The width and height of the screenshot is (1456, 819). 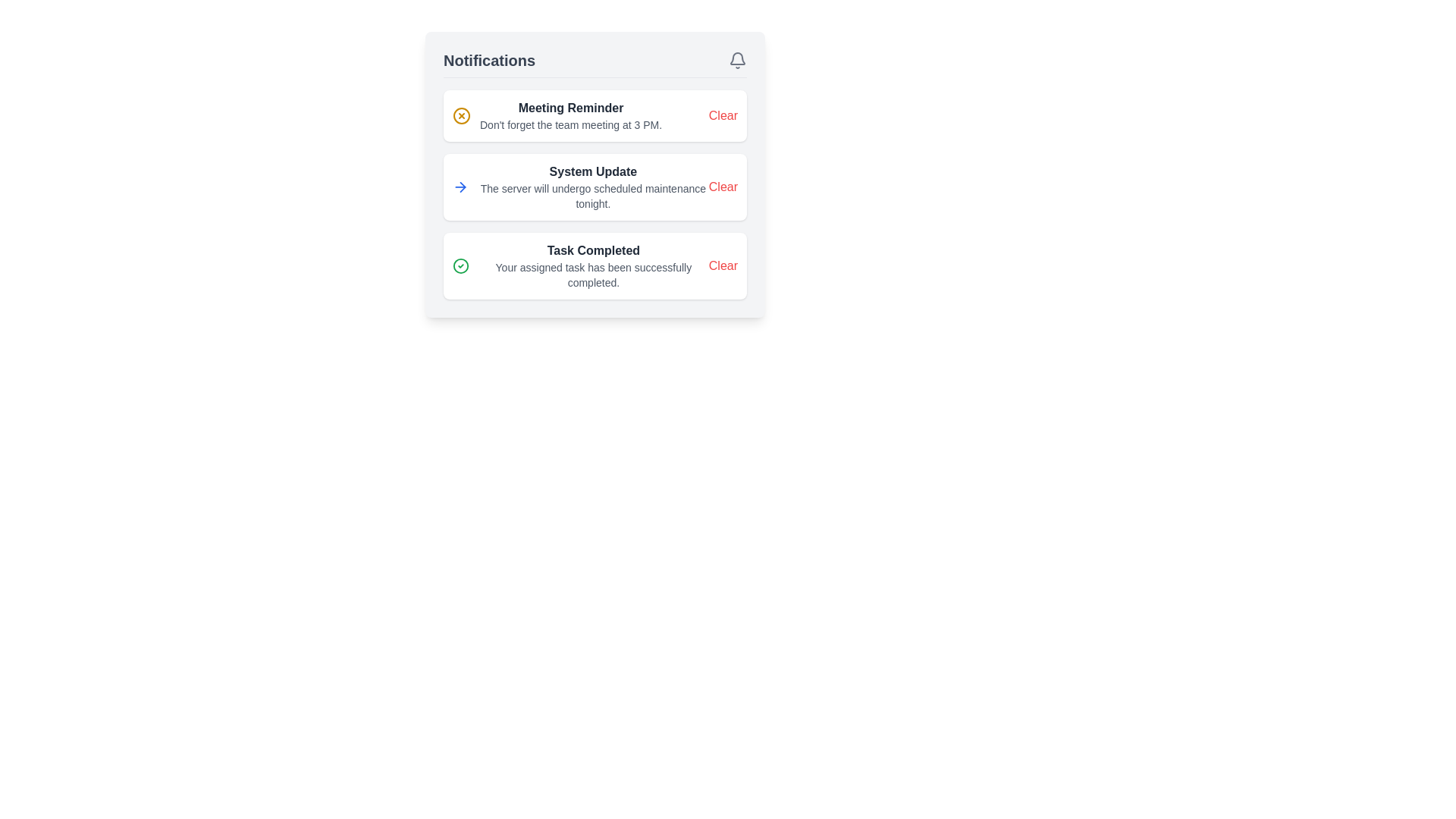 What do you see at coordinates (460, 265) in the screenshot?
I see `the decorative SVG Circle that forms part of the 'Task Completed' notification, which is the last notification in the list positioned at the bottom of the box` at bounding box center [460, 265].